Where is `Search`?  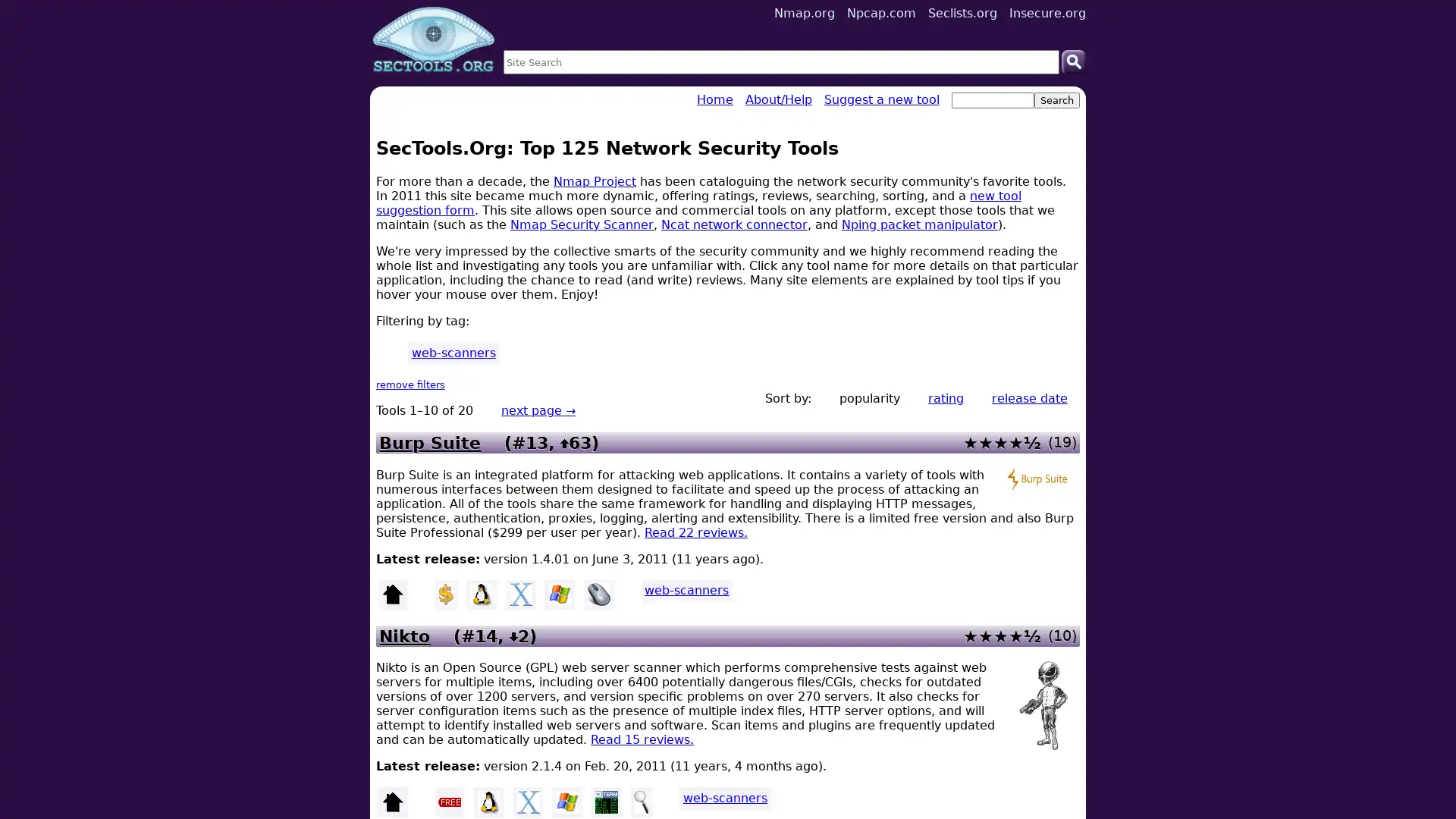 Search is located at coordinates (1056, 100).